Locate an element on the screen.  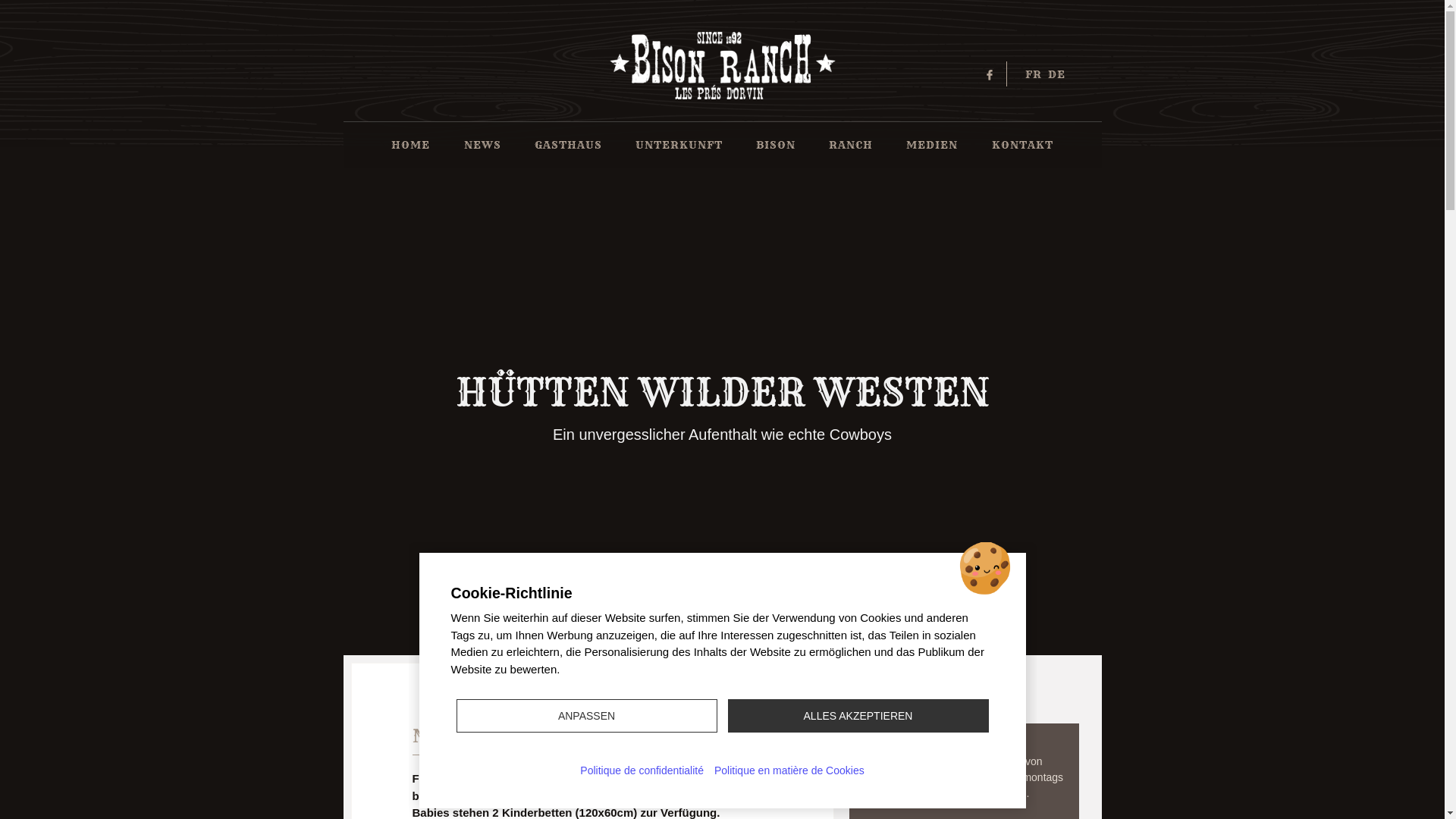
'UNTERKUNFT' is located at coordinates (678, 145).